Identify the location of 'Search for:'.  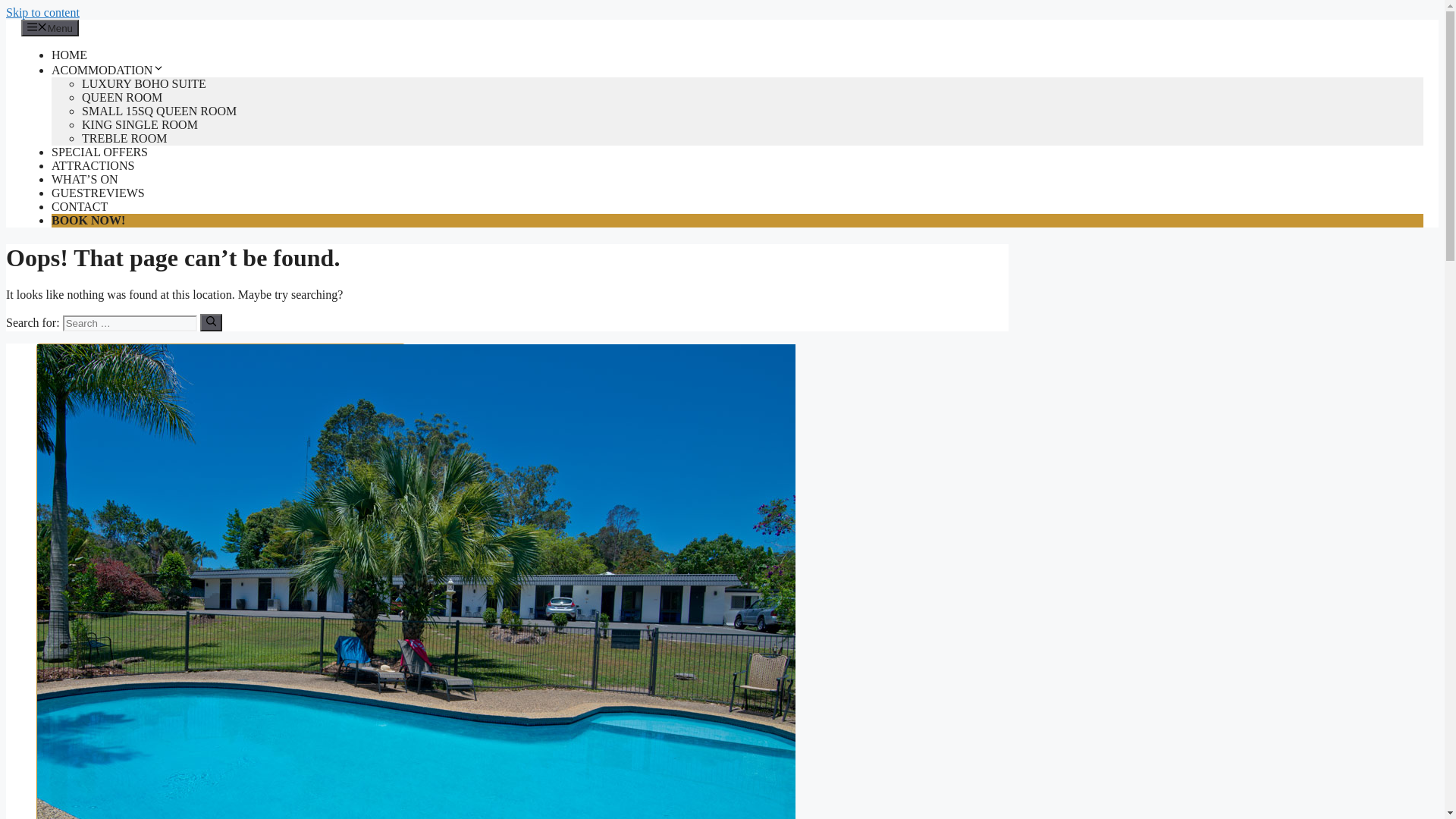
(130, 322).